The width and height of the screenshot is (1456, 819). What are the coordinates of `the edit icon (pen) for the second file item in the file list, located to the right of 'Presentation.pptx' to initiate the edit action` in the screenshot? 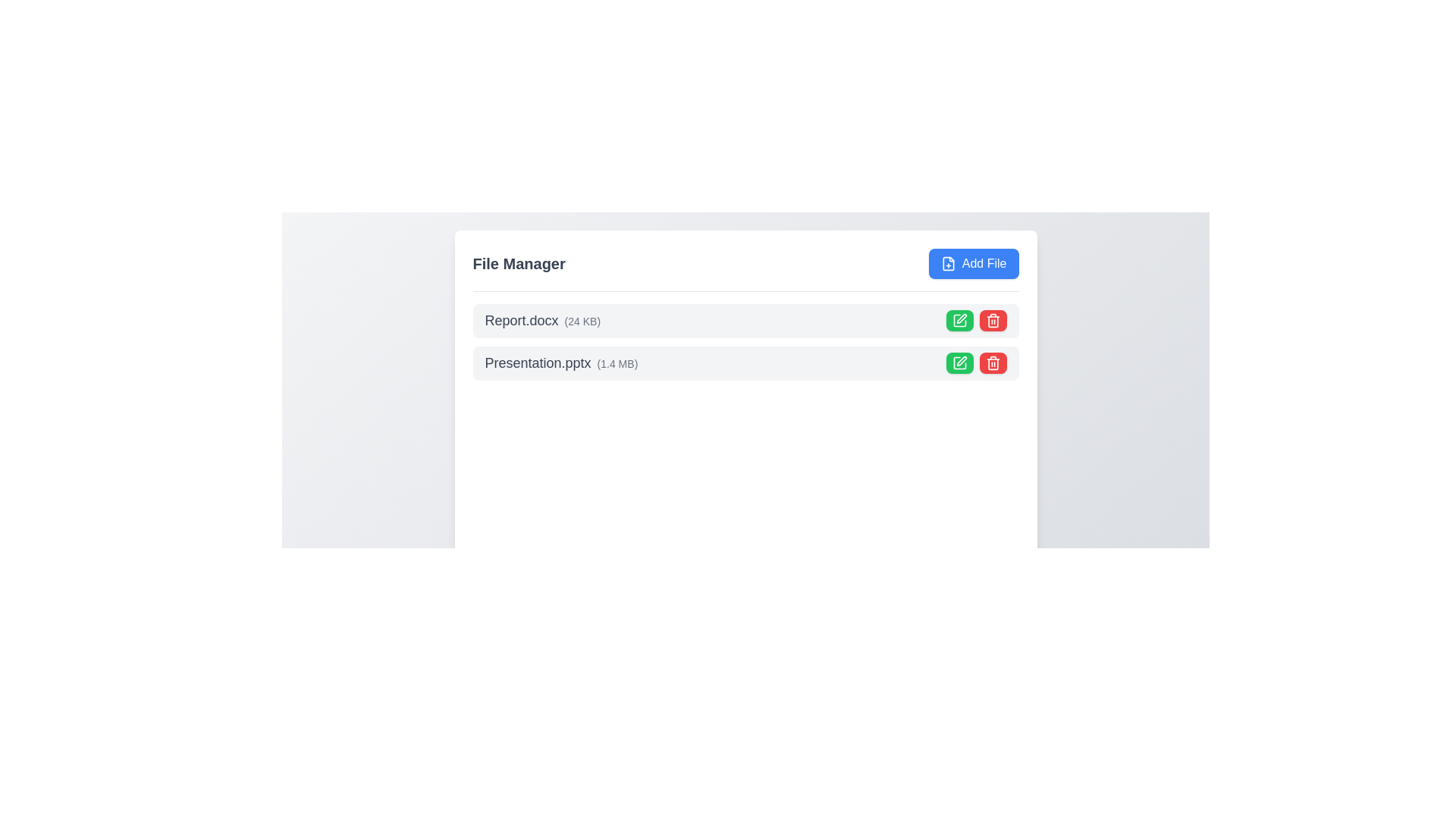 It's located at (960, 318).